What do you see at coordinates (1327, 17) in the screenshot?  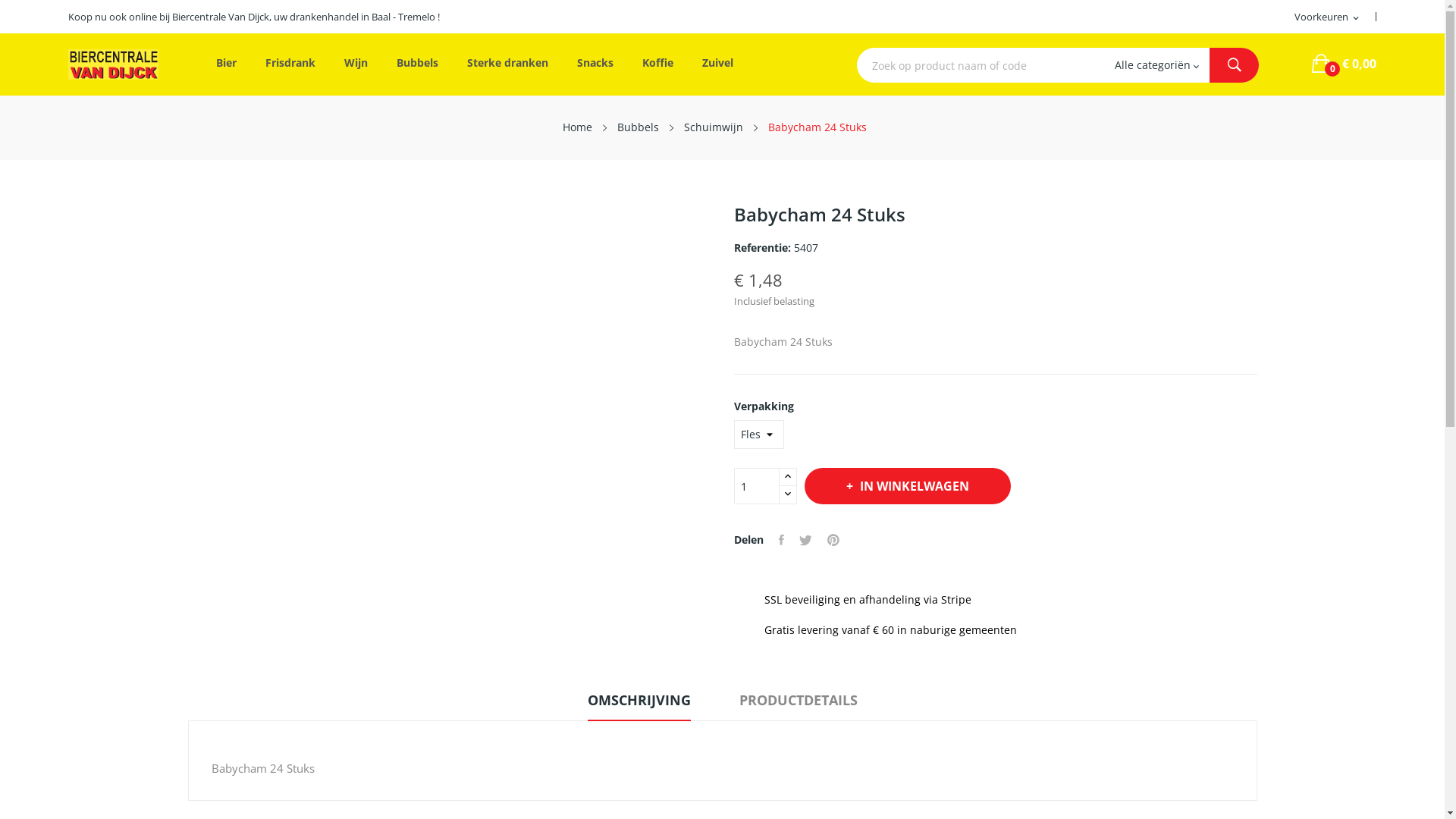 I see `'Voorkeuren expand_more'` at bounding box center [1327, 17].